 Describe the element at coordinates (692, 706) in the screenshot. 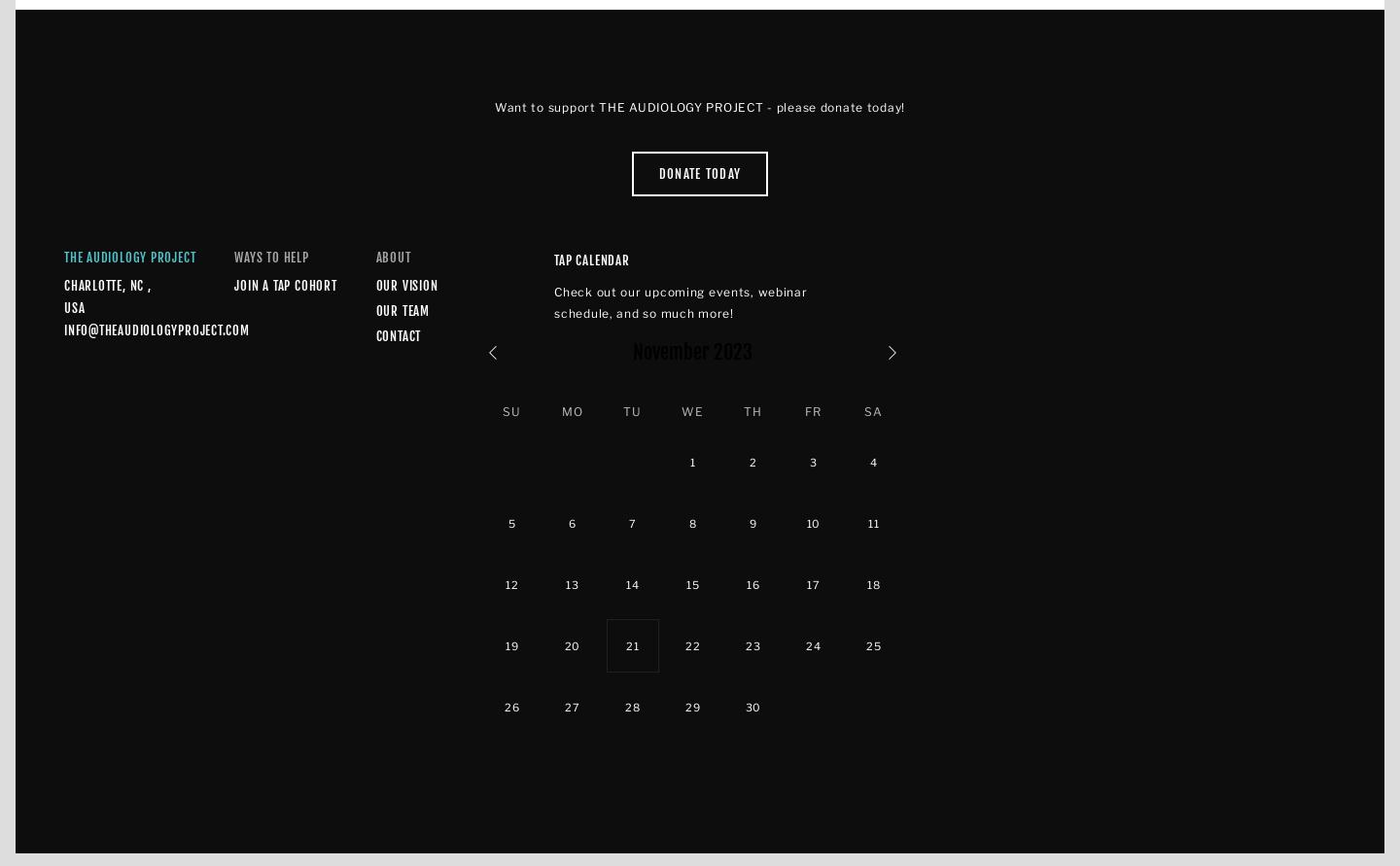

I see `'29'` at that location.